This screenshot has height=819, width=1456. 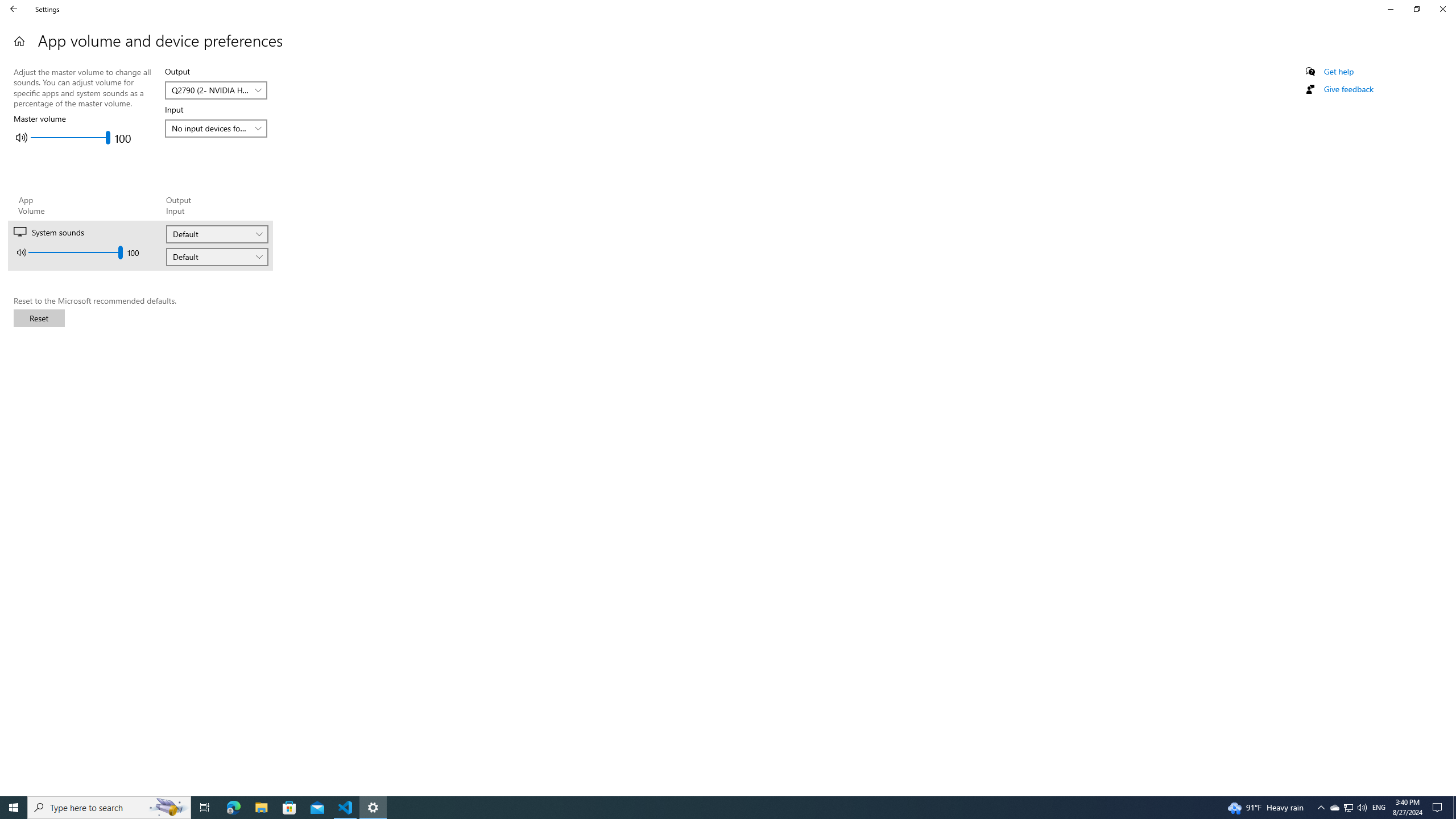 I want to click on 'Reset to the Microsoft recommended defaults.', so click(x=39, y=318).